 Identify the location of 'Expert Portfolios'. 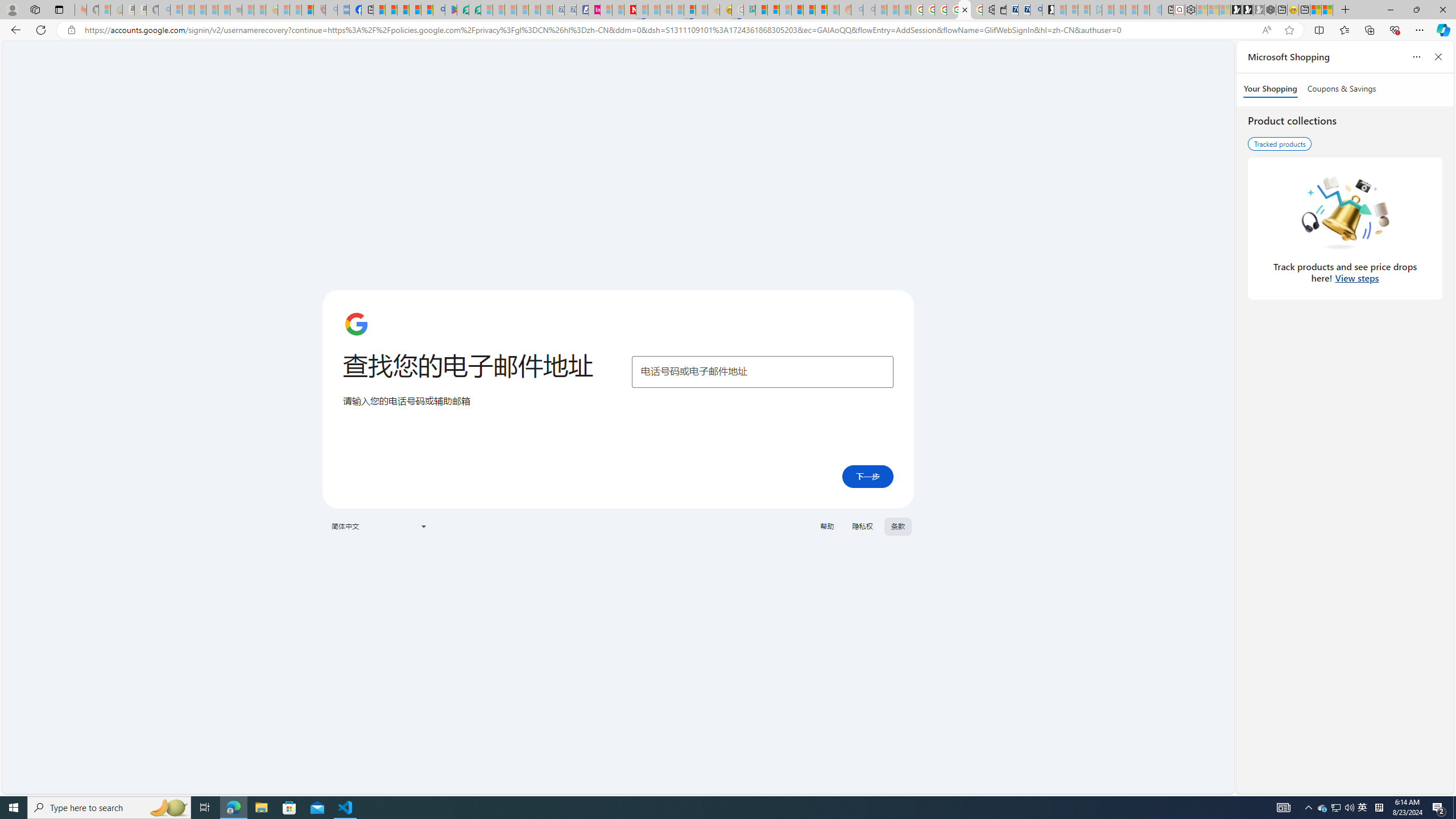
(797, 9).